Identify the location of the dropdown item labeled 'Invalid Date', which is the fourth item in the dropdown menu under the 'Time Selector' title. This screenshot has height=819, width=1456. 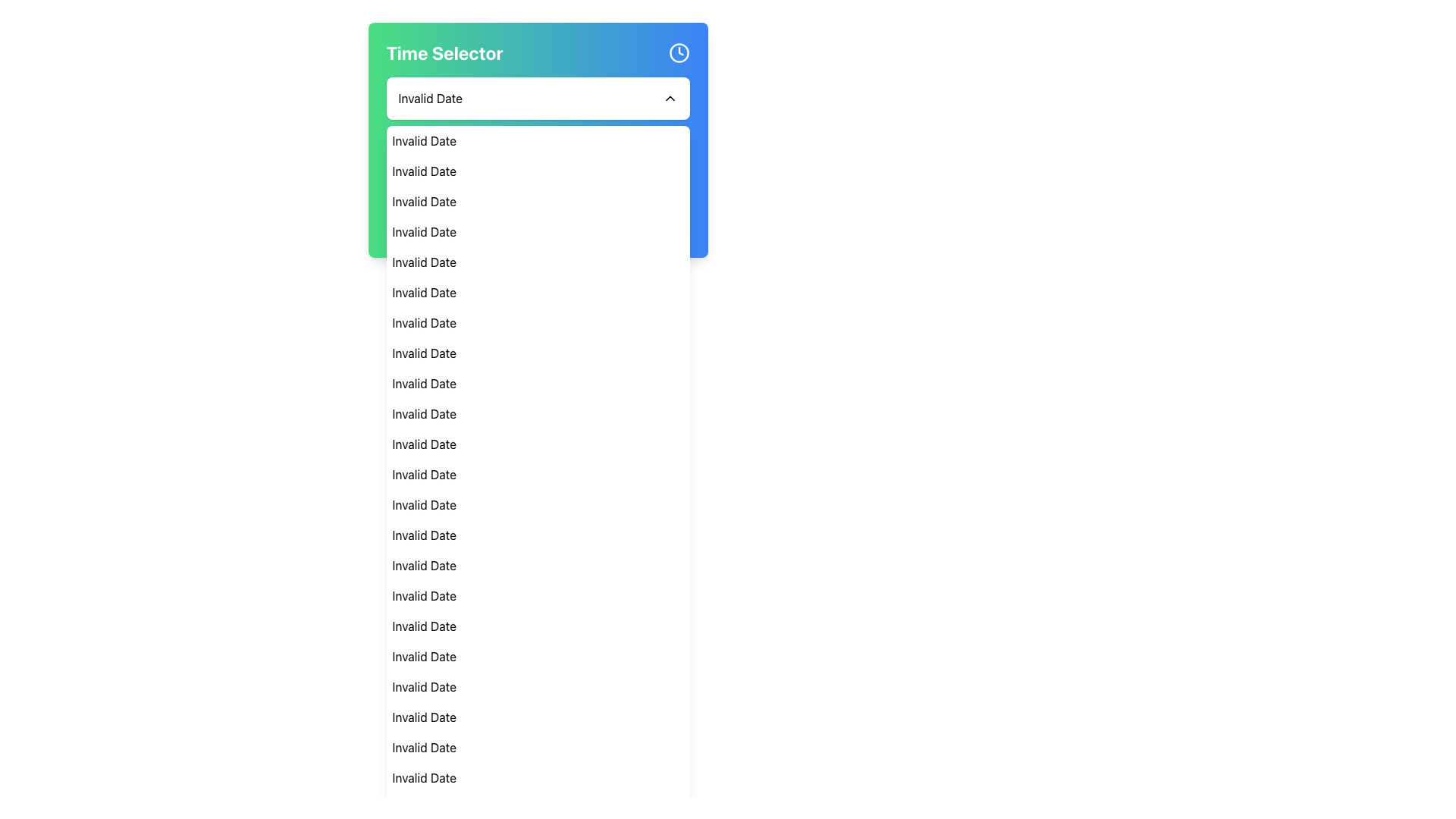
(538, 231).